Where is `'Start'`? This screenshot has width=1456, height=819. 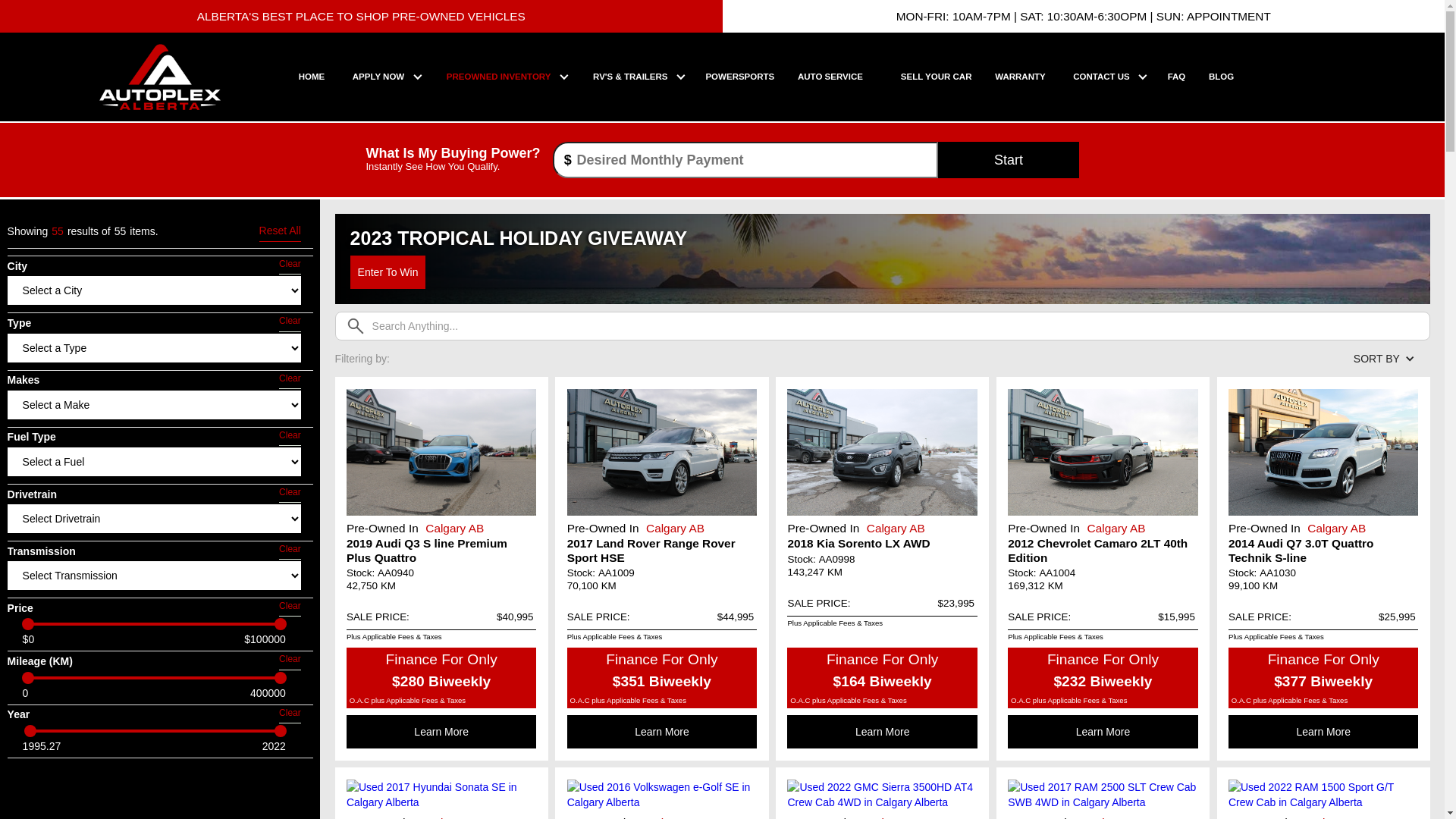 'Start' is located at coordinates (1008, 160).